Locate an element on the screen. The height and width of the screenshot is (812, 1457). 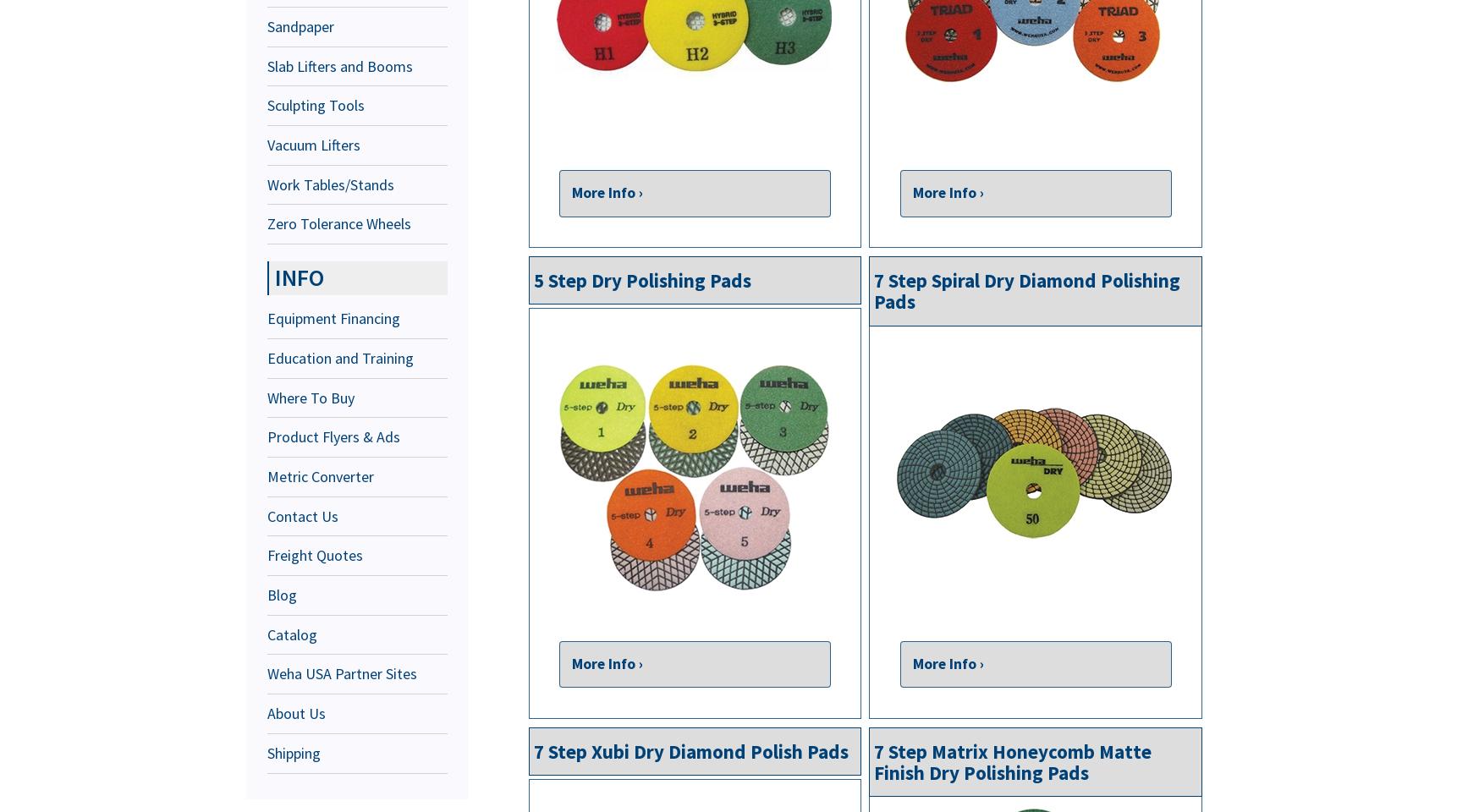
'Catalog' is located at coordinates (291, 633).